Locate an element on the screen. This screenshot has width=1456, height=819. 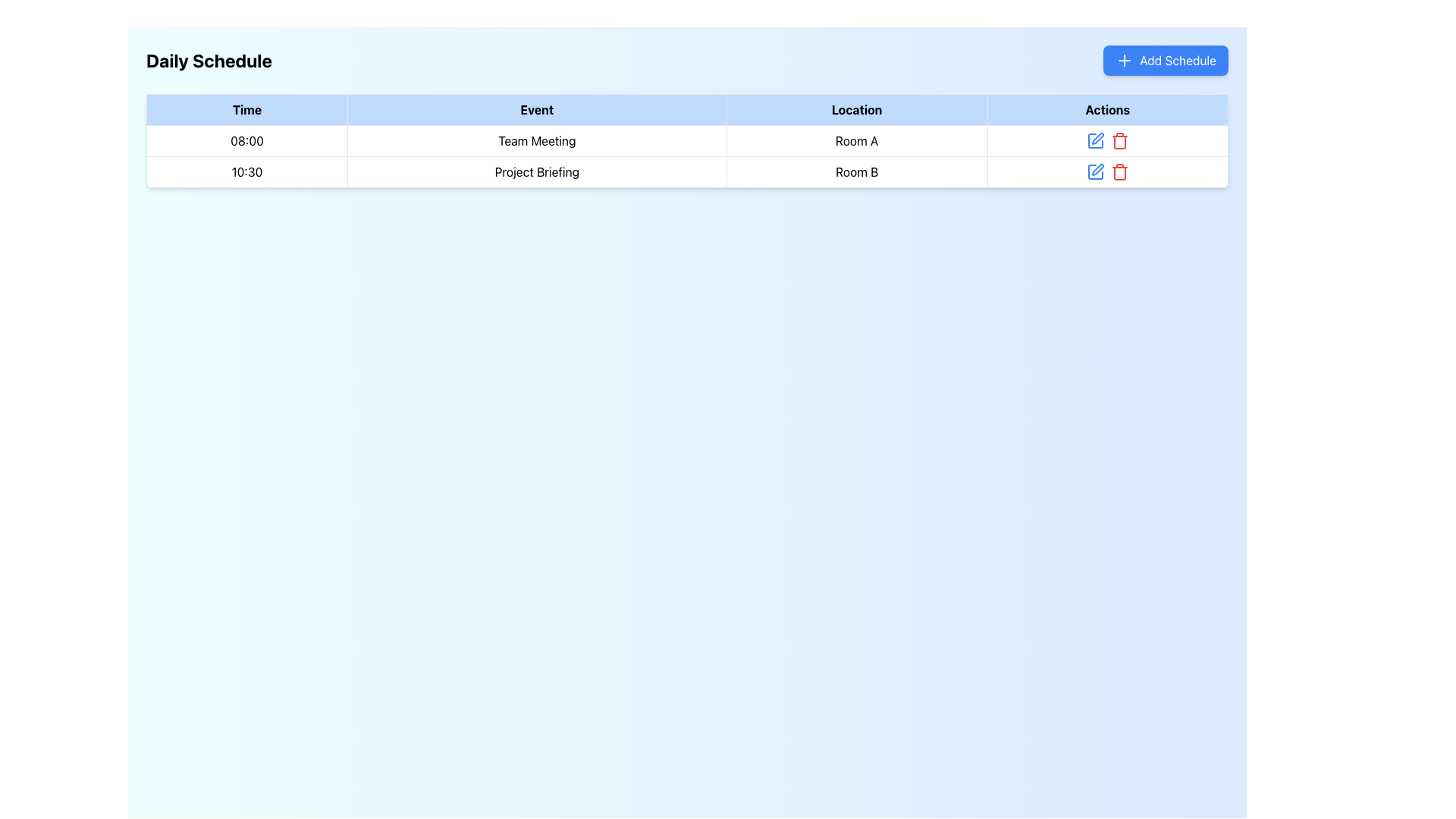
the 'Location' table header cell, which is the third column header in a table layout, indicating the data below pertains to locations is located at coordinates (857, 109).